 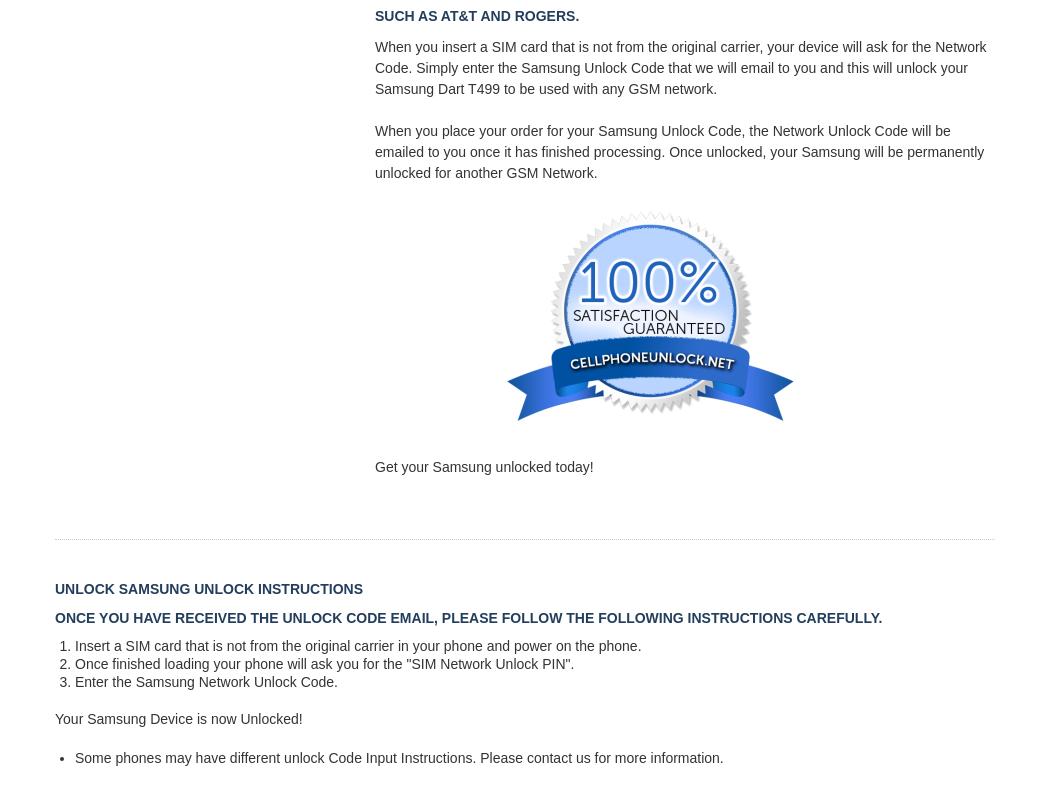 I want to click on 'Get your Samsung unlocked today!', so click(x=373, y=467).